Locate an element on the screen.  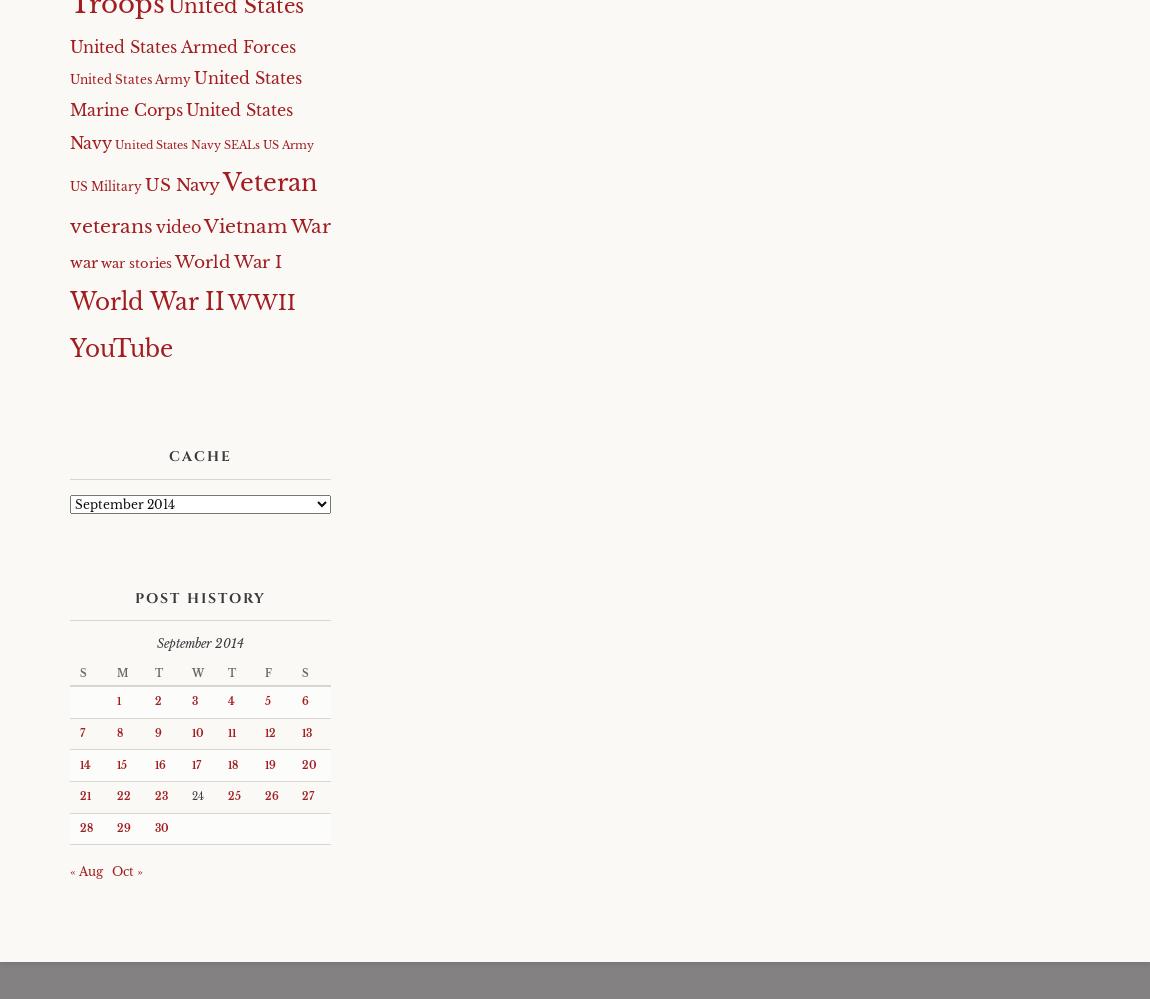
'Vietnam War' is located at coordinates (266, 225).